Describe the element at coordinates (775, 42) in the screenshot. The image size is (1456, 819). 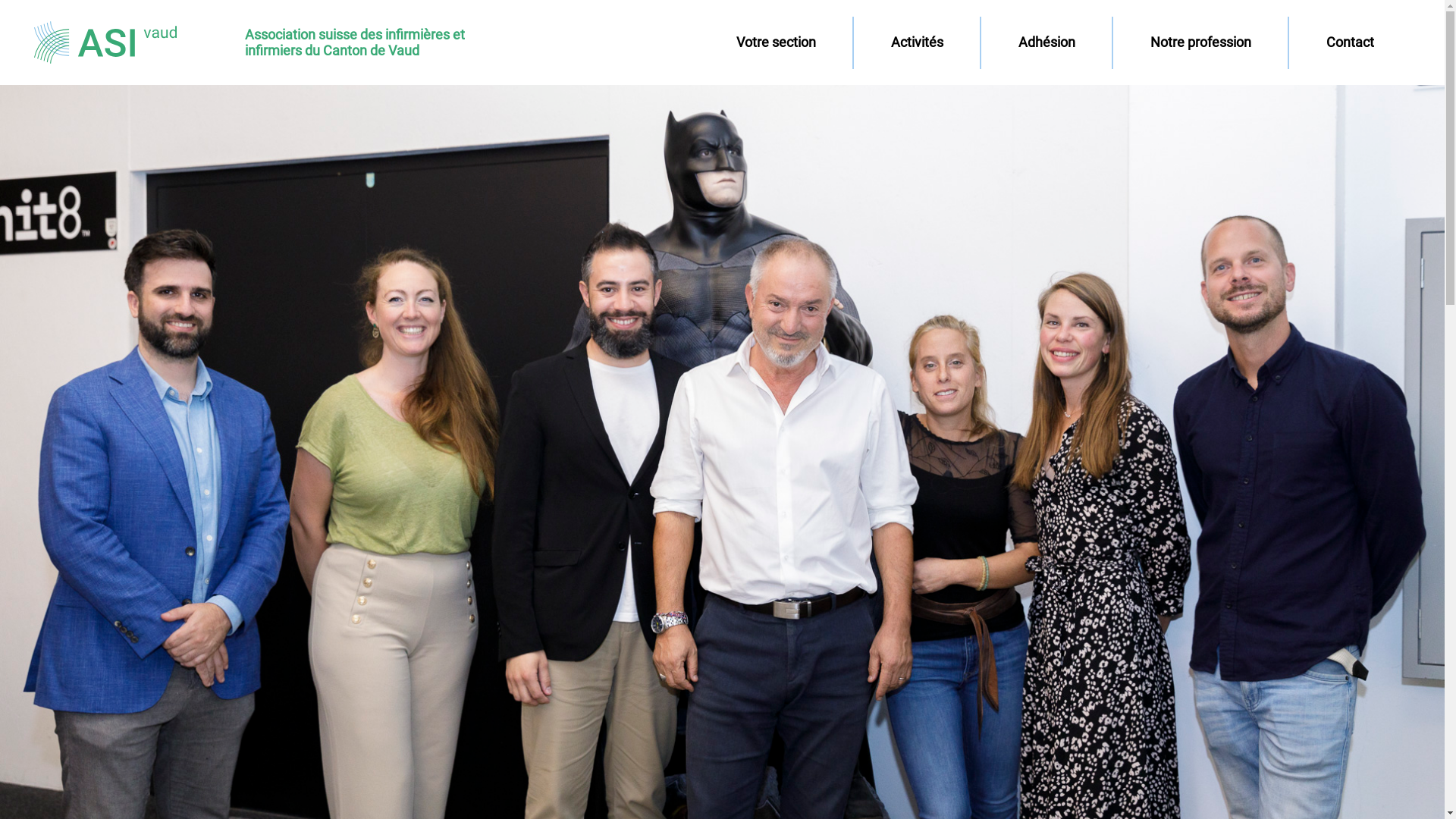
I see `'Votre section'` at that location.